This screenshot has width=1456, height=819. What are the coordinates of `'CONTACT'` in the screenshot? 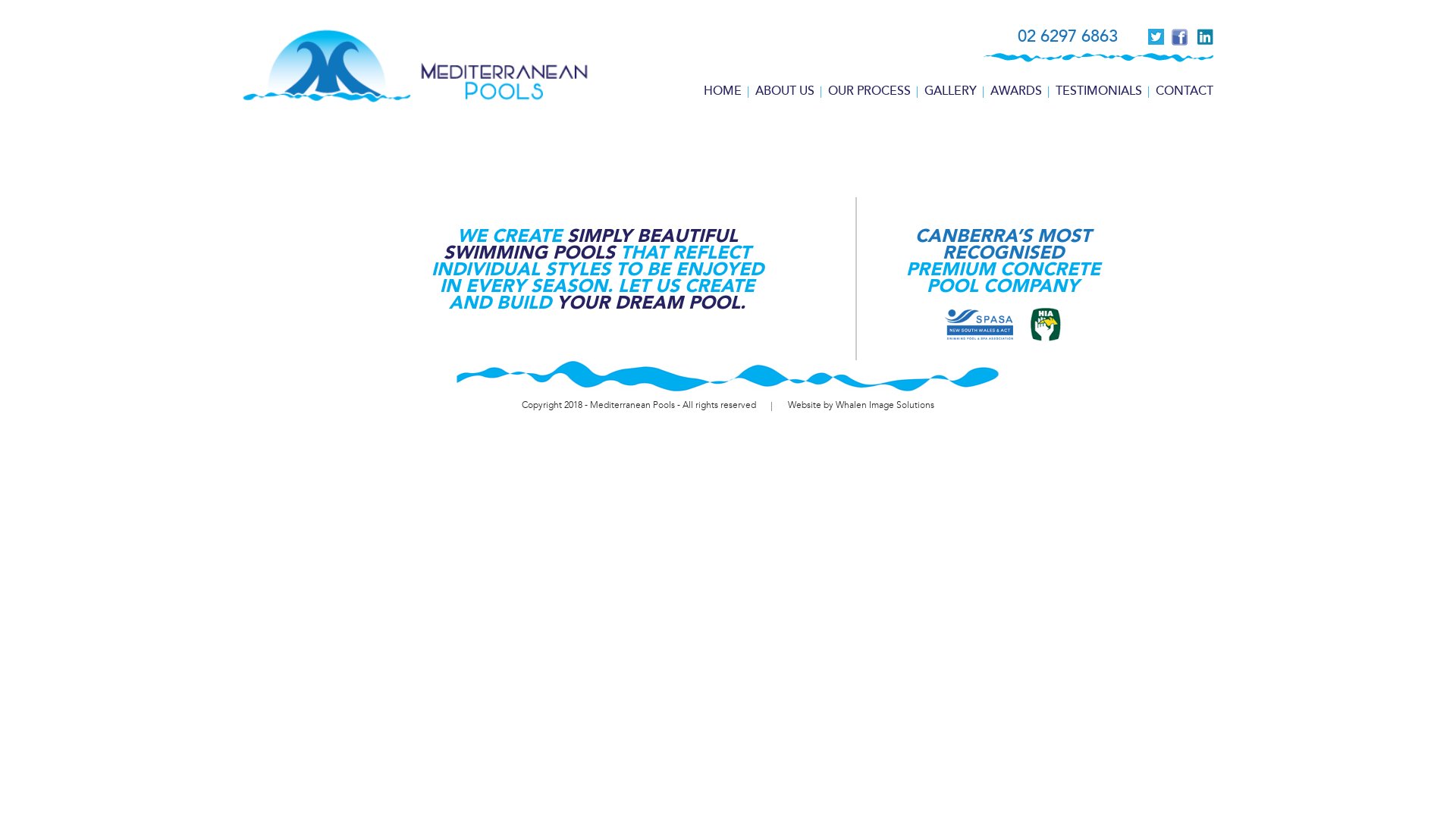 It's located at (1183, 90).